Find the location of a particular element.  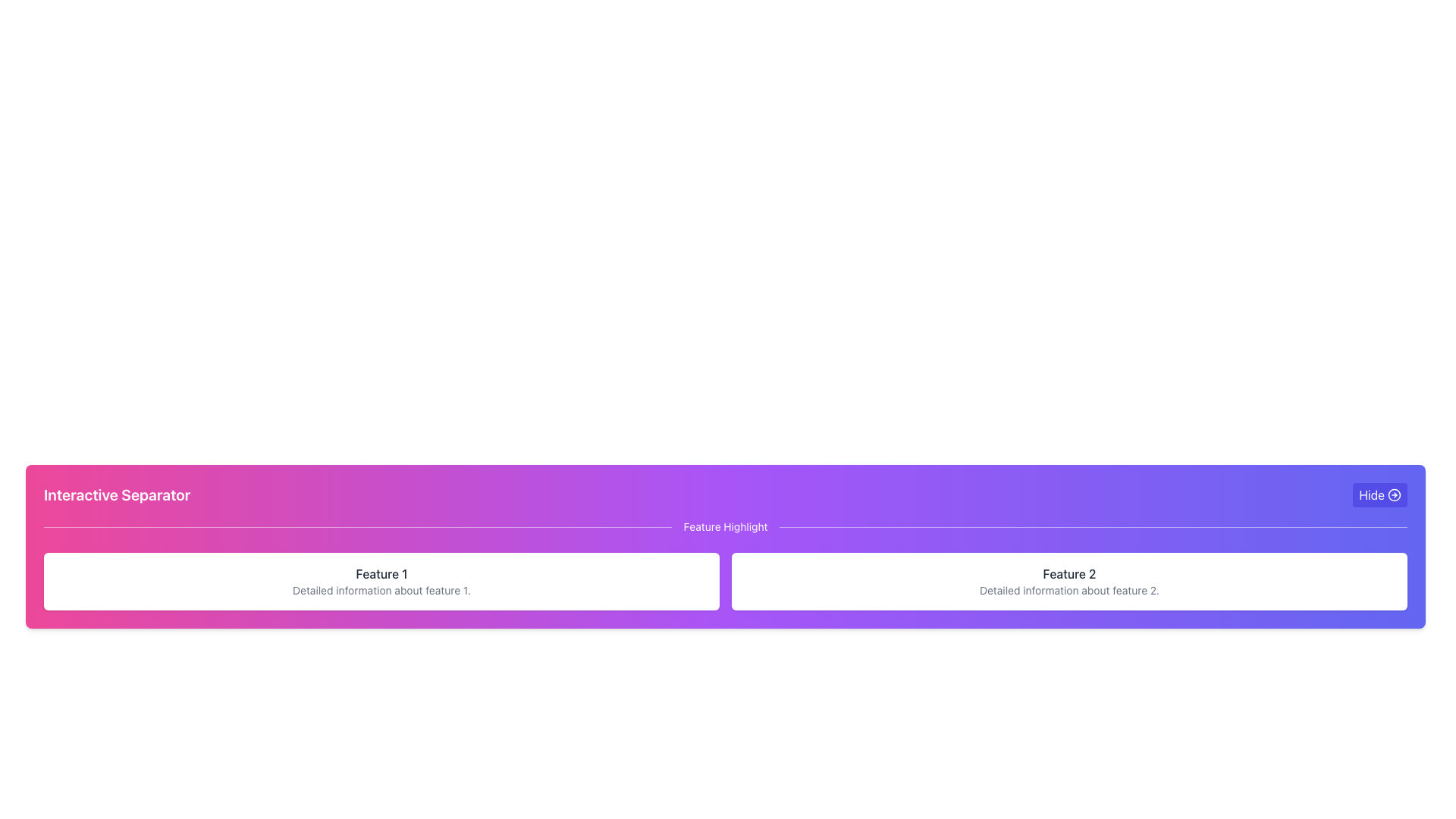

the decorative circle within the right-facing arrow icon located at the far right of the header bar labeled 'Interactive Separator' is located at coordinates (1394, 494).